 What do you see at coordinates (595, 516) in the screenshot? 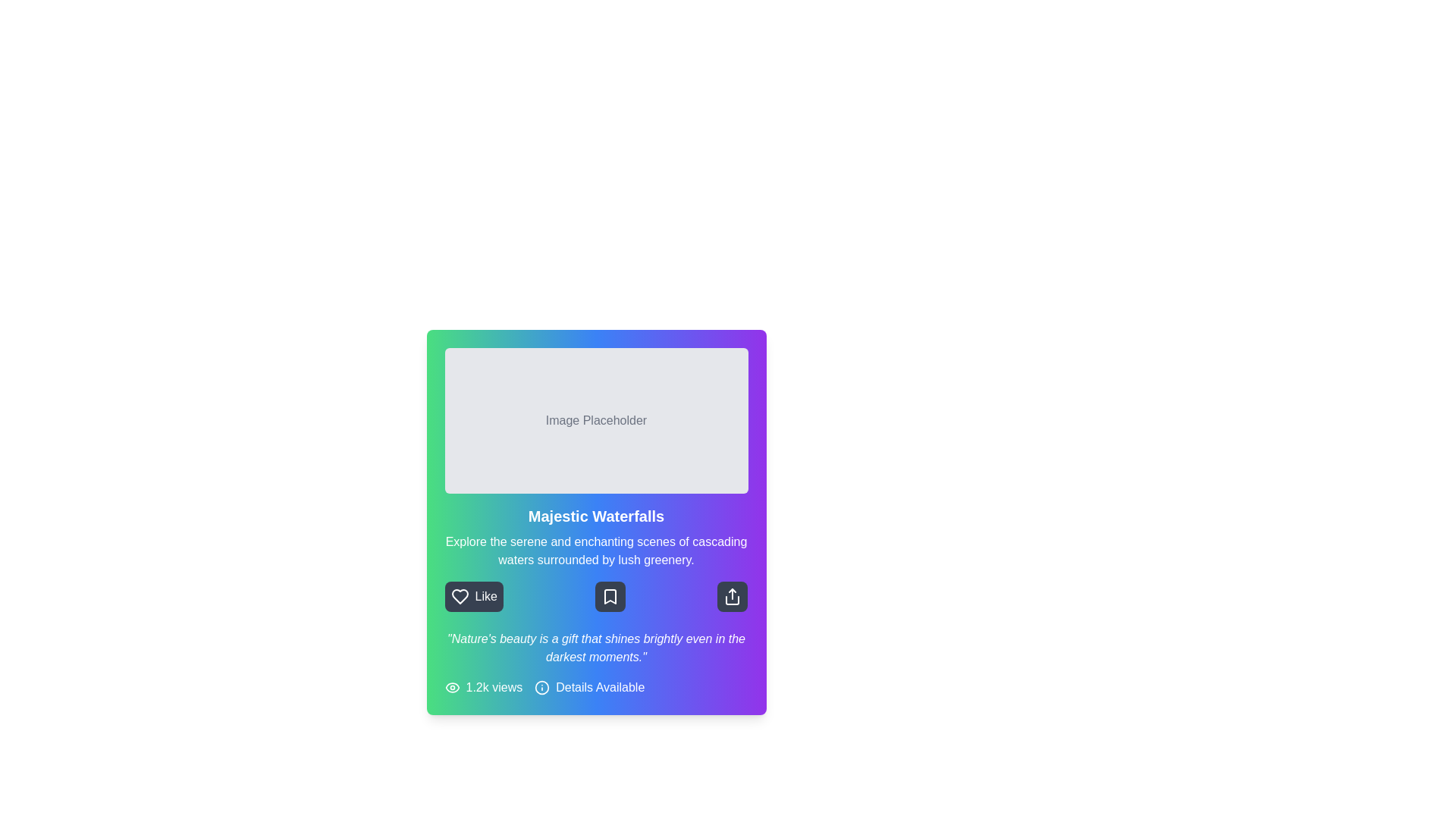
I see `the title text element that displays the main topic or theme, located below the placeholder image and above the description text within the card component` at bounding box center [595, 516].